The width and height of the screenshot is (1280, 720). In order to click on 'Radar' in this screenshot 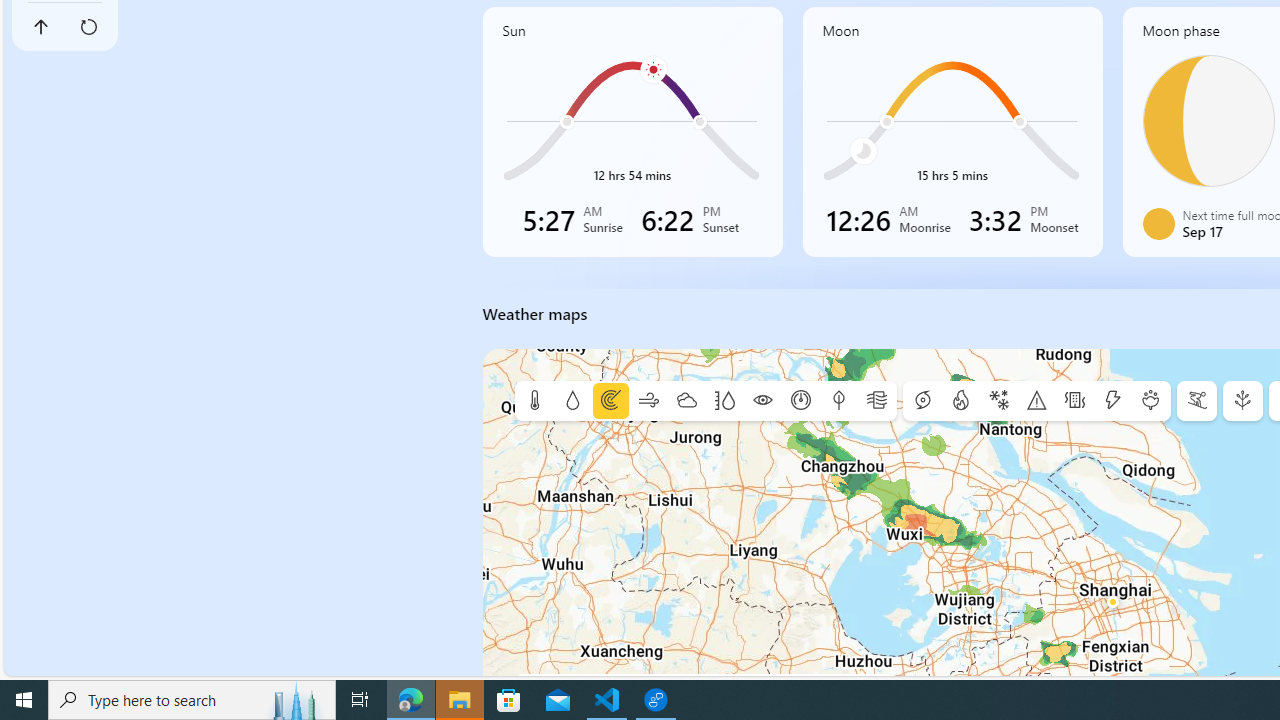, I will do `click(608, 401)`.